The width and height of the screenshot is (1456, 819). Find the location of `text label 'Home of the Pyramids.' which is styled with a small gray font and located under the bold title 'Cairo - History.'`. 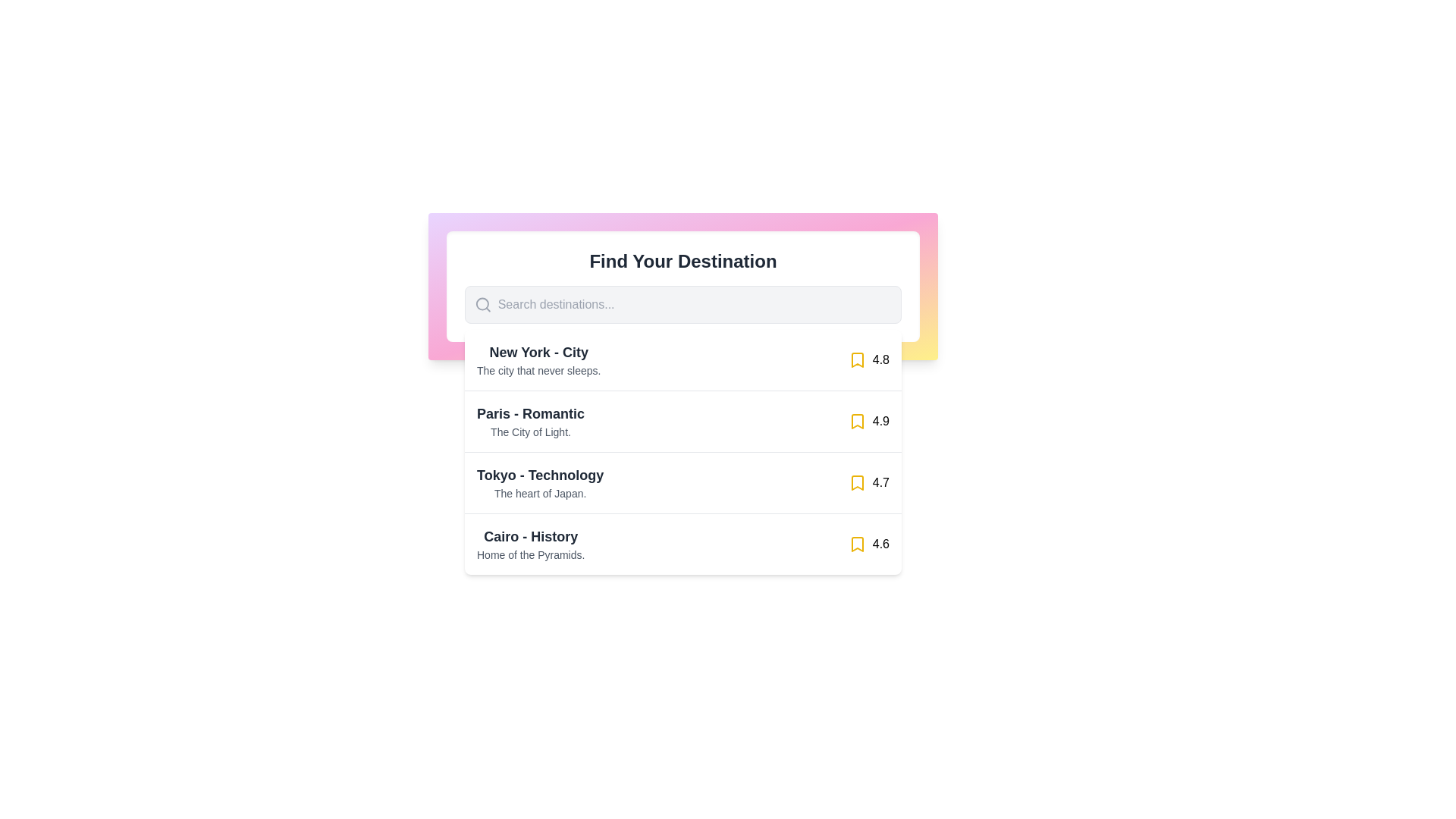

text label 'Home of the Pyramids.' which is styled with a small gray font and located under the bold title 'Cairo - History.' is located at coordinates (531, 555).